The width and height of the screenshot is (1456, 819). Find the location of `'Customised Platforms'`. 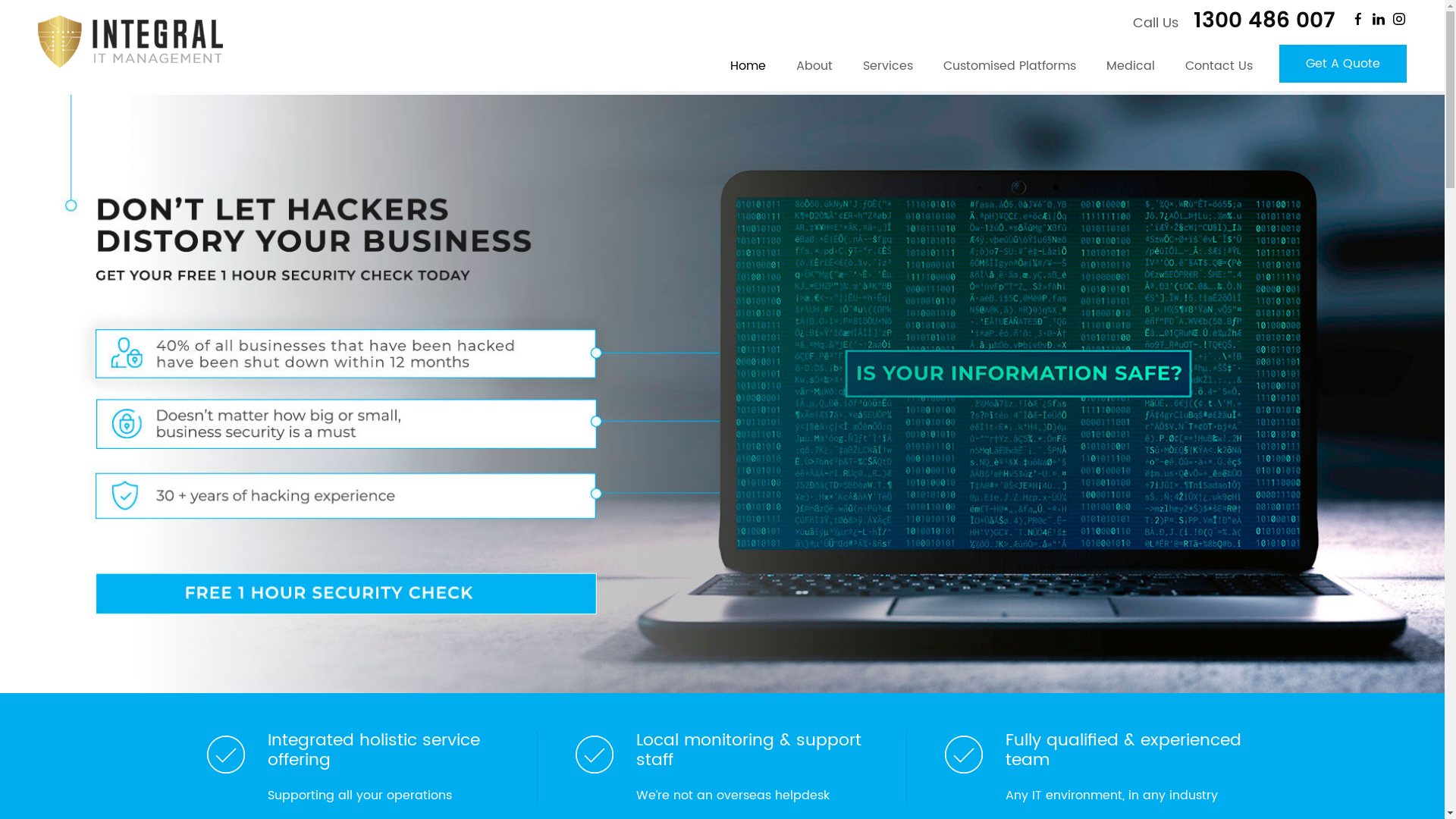

'Customised Platforms' is located at coordinates (1009, 70).